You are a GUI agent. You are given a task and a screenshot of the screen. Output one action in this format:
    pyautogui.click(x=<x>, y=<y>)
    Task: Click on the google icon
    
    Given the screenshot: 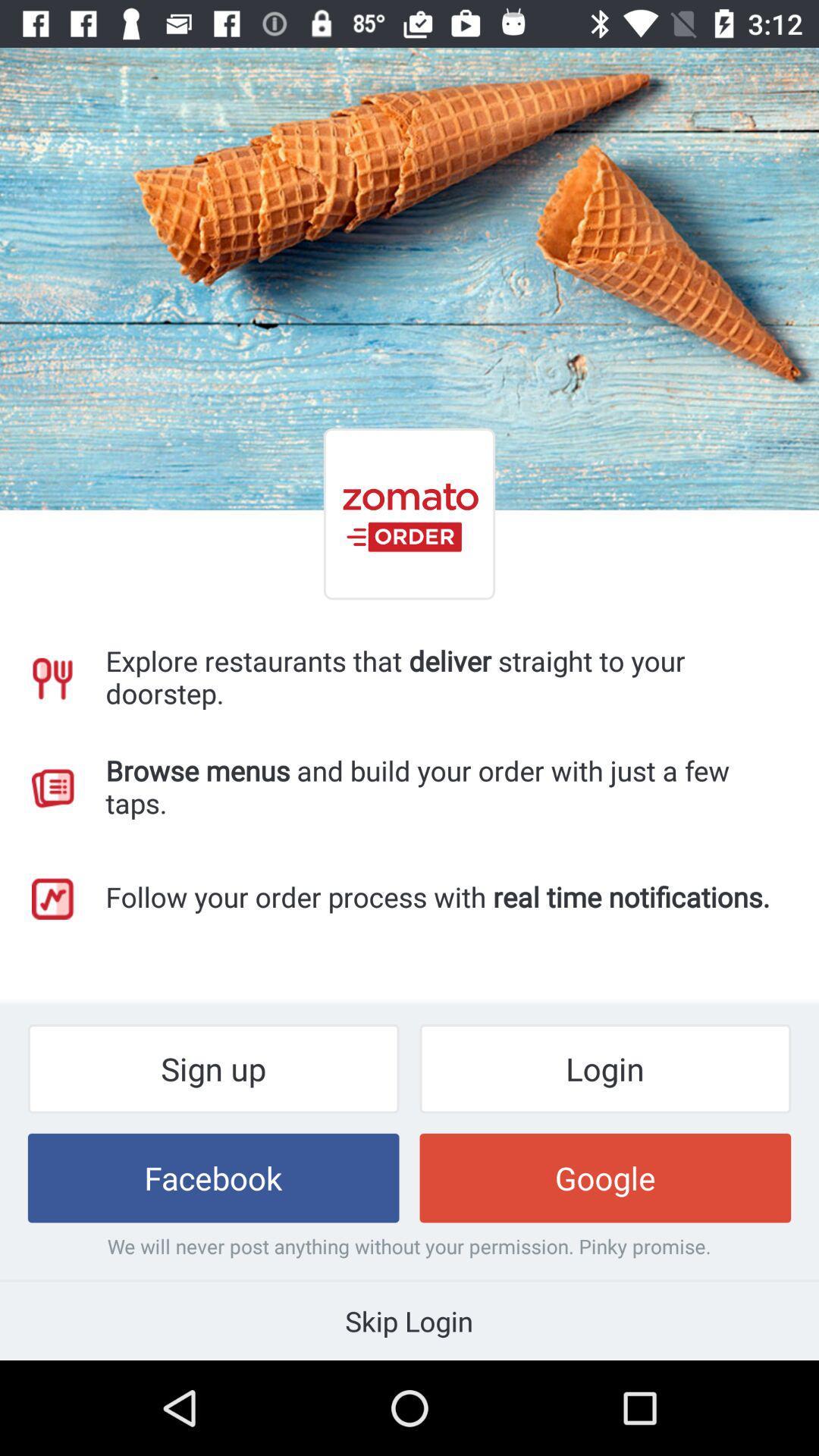 What is the action you would take?
    pyautogui.click(x=604, y=1177)
    